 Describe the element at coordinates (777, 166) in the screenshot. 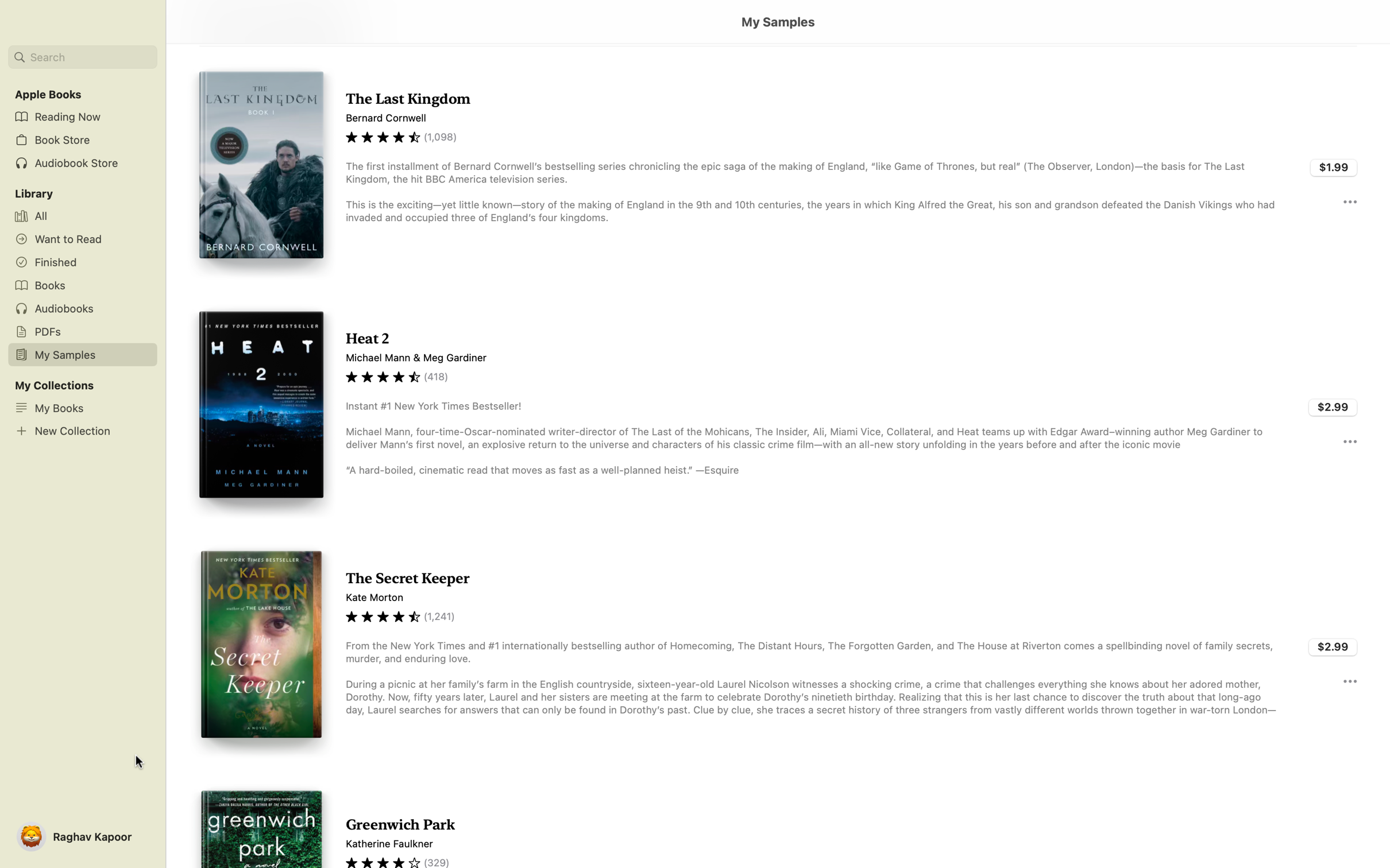

I see `Read the sample of "Last Kingdom` at that location.